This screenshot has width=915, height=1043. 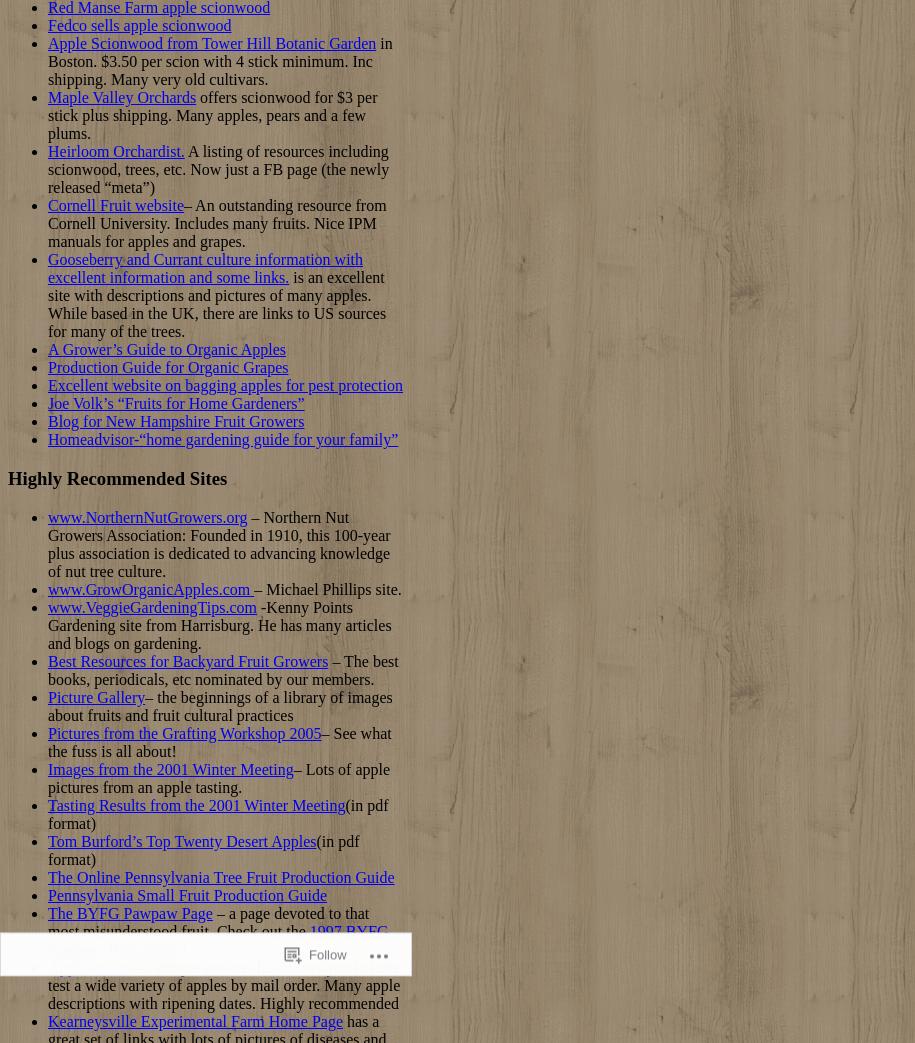 I want to click on '– See what the fuss is all about!', so click(x=219, y=741).